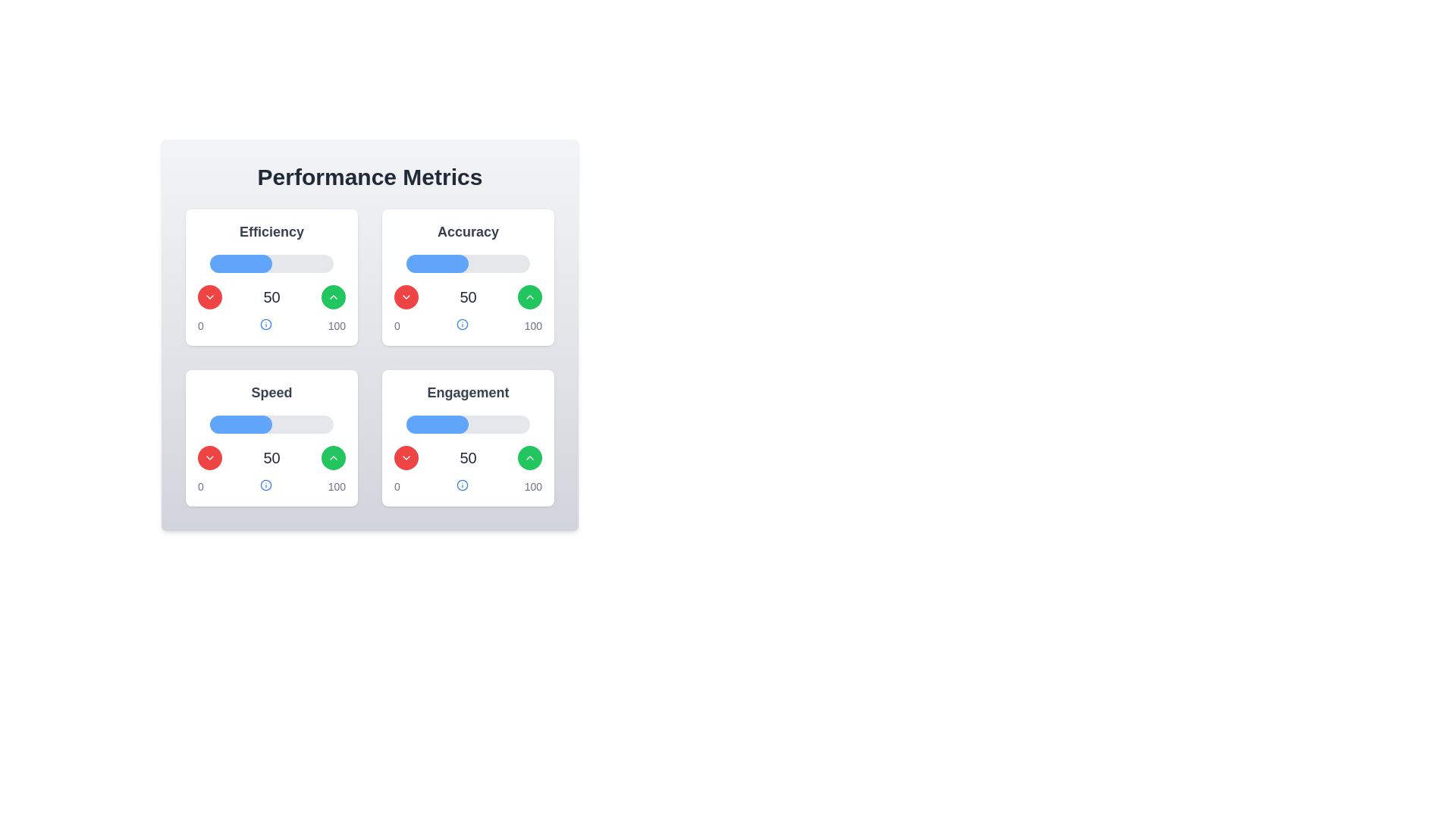 This screenshot has width=1456, height=819. Describe the element at coordinates (333, 457) in the screenshot. I see `the upward-pointing chevron icon within the green circular button located at the bottom-right corner of the 'Engagement' metric card` at that location.